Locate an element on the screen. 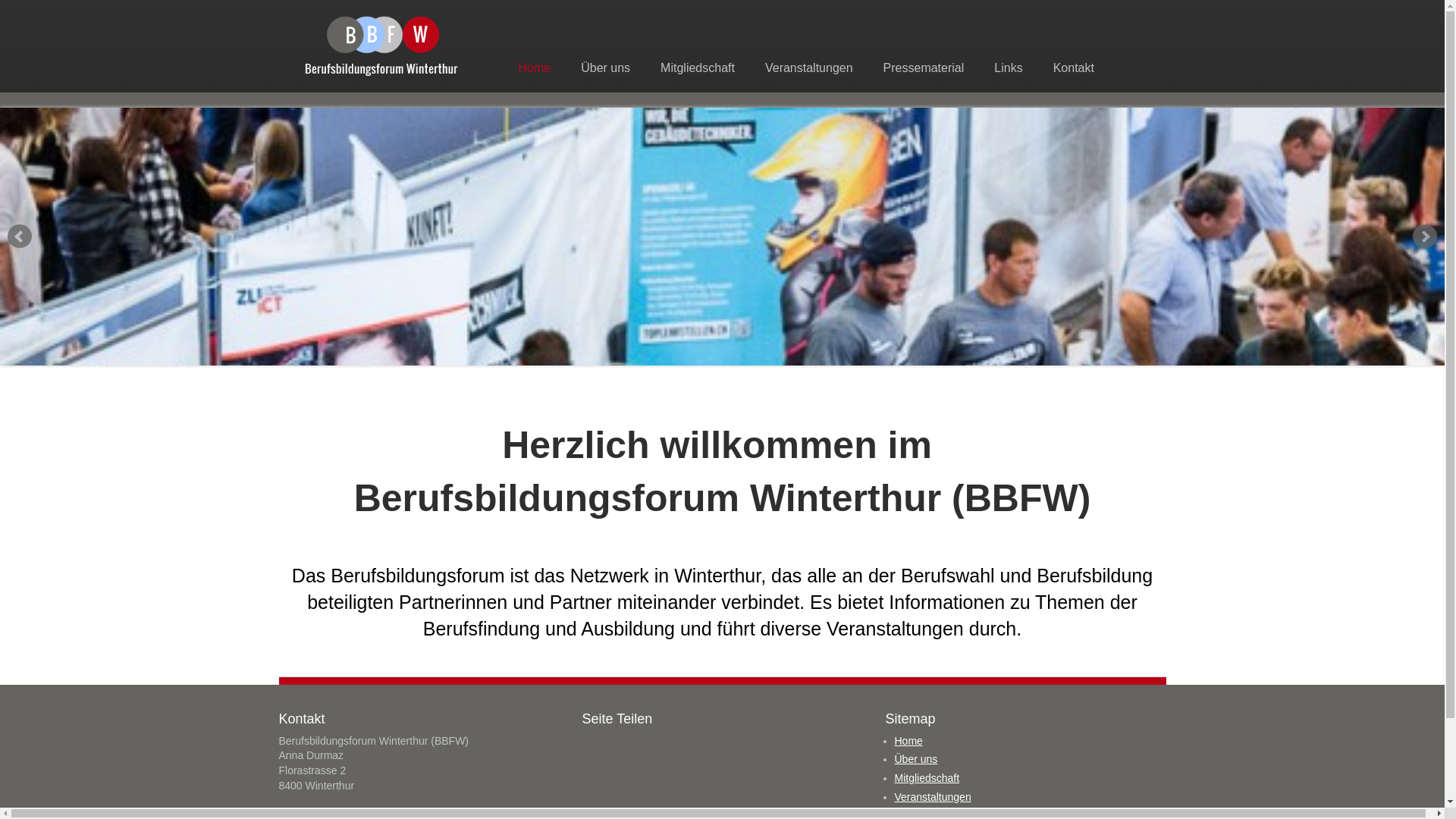 This screenshot has width=1456, height=819. 'Kontakt' is located at coordinates (1040, 67).